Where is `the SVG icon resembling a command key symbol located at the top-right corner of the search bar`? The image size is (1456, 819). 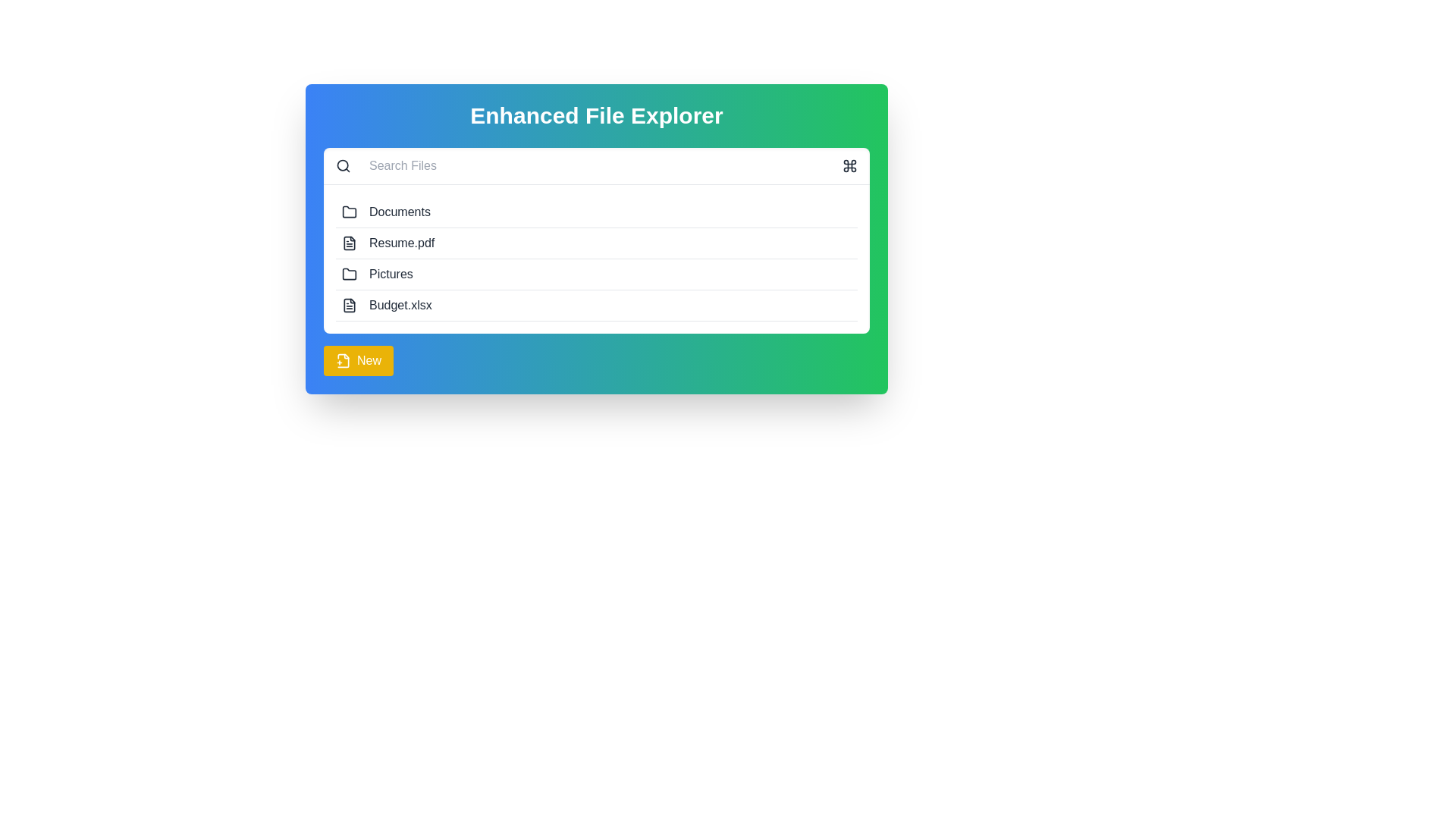
the SVG icon resembling a command key symbol located at the top-right corner of the search bar is located at coordinates (850, 166).